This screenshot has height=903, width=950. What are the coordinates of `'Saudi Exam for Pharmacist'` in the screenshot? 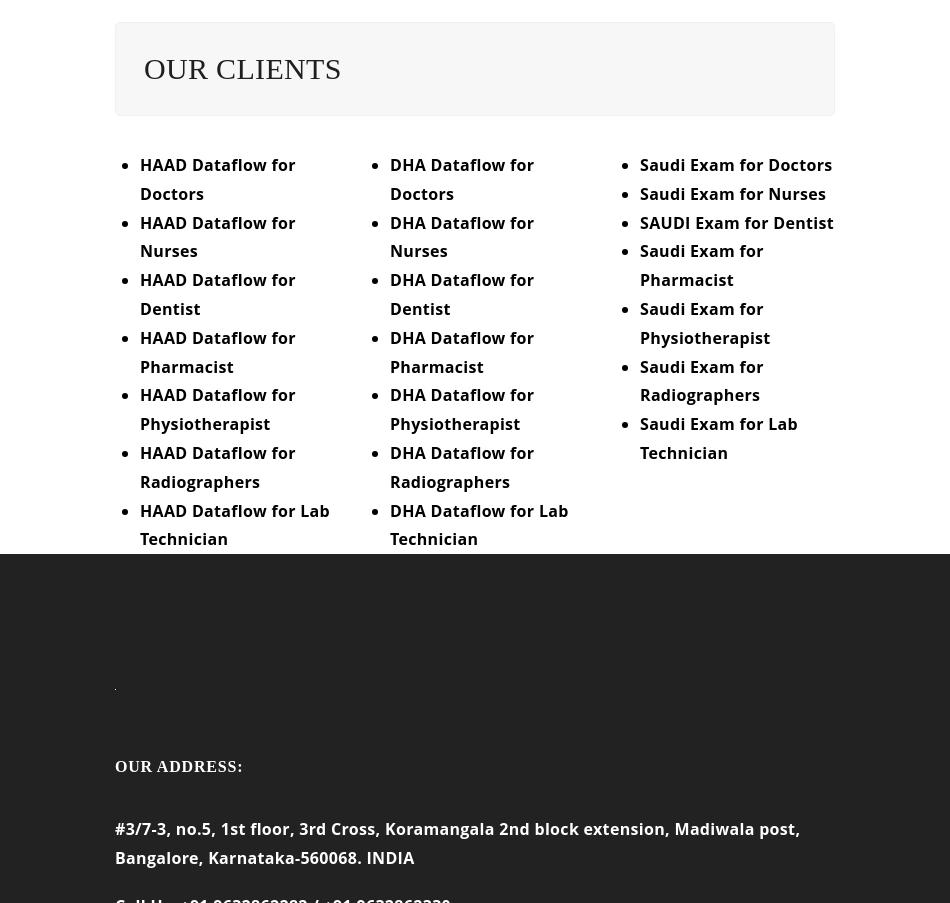 It's located at (701, 277).